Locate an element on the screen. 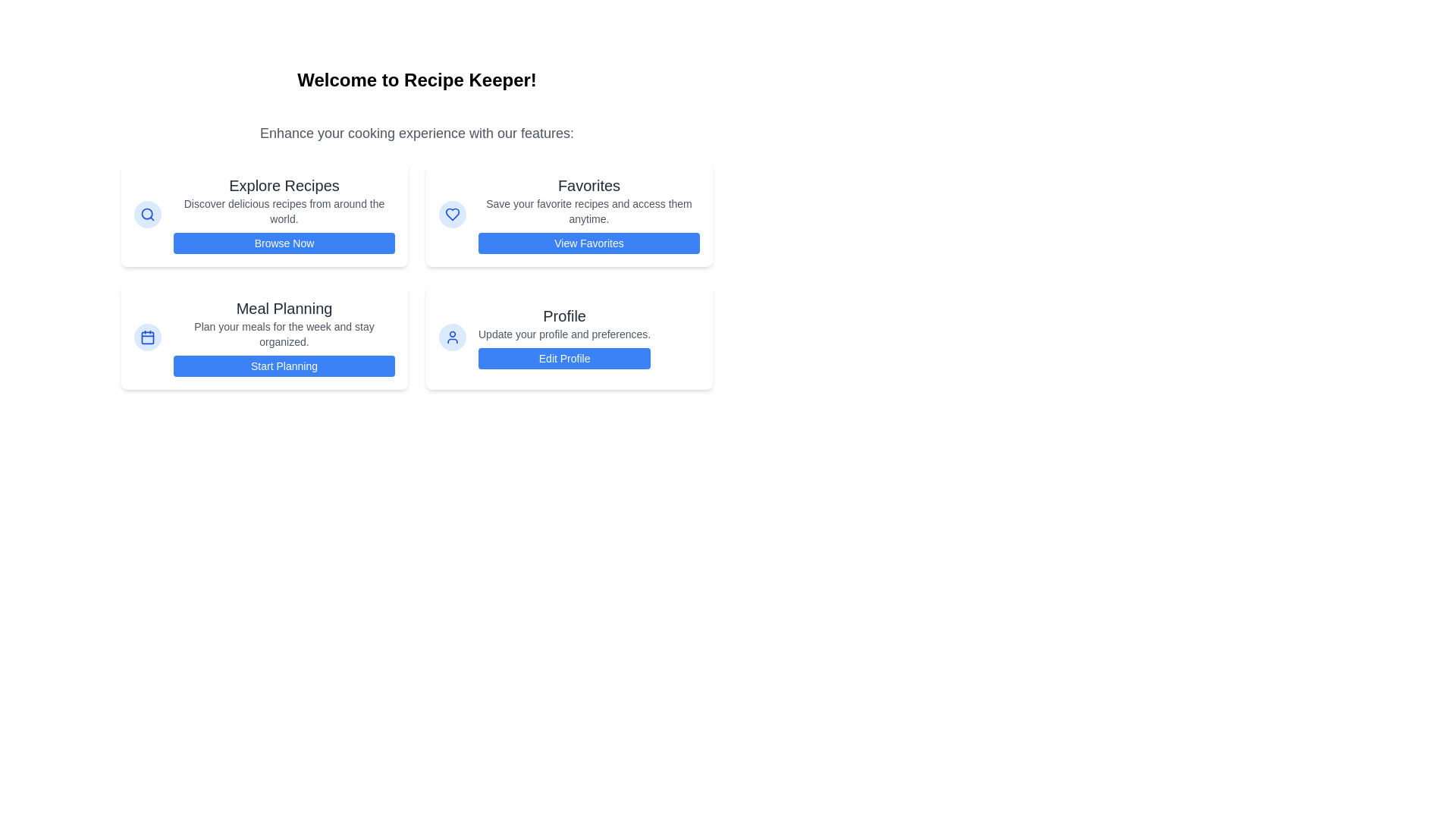 The height and width of the screenshot is (819, 1456). the informational text block that reads 'Plan your meals for the week and stay organized.', which is styled in a small, gray font and positioned below the 'Meal Planning' header and above the 'Start Planning' button is located at coordinates (284, 333).